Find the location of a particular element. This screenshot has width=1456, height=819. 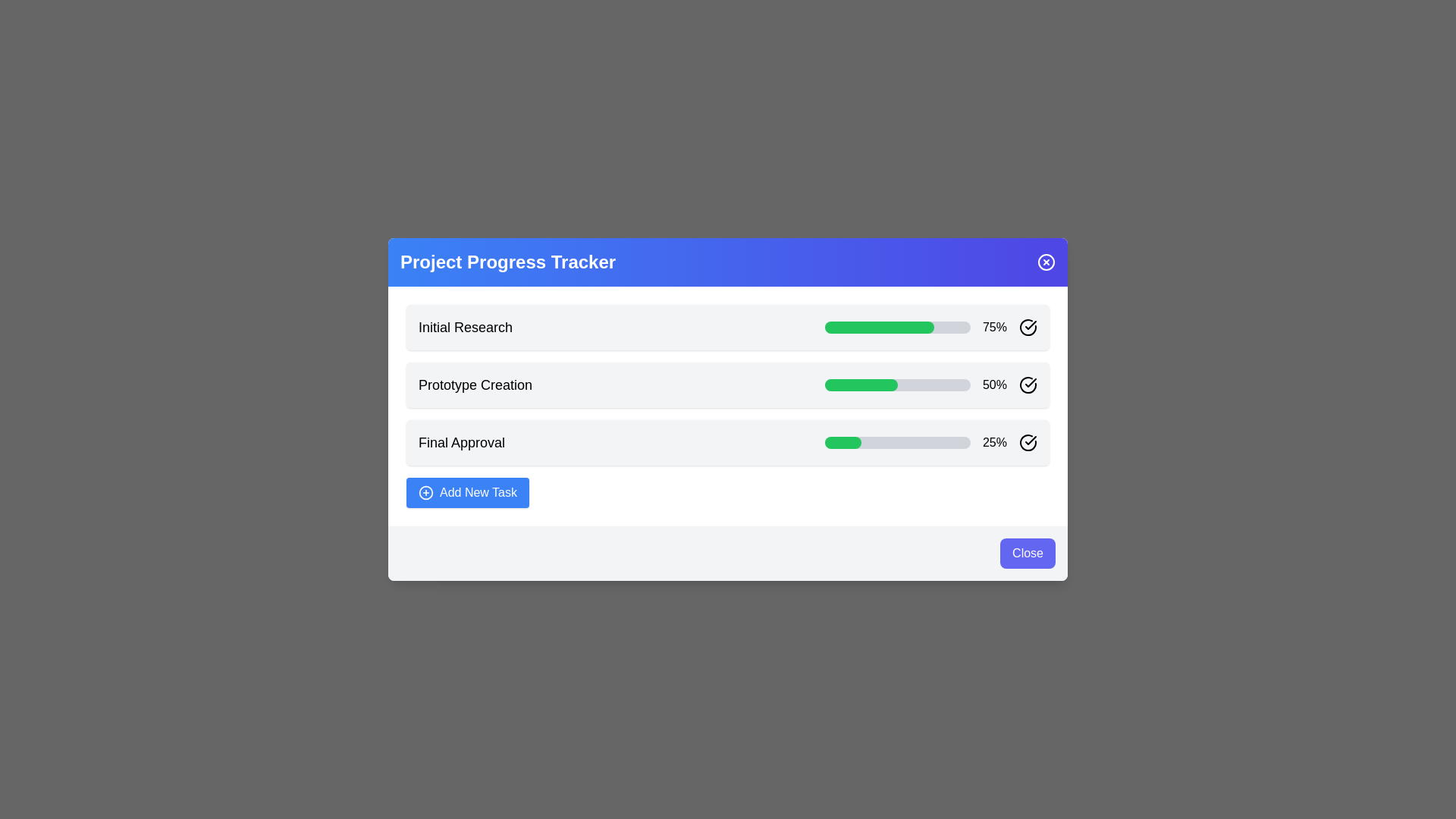

the close button located at the top-right corner of the 'Project Progress Tracker' header is located at coordinates (1046, 262).